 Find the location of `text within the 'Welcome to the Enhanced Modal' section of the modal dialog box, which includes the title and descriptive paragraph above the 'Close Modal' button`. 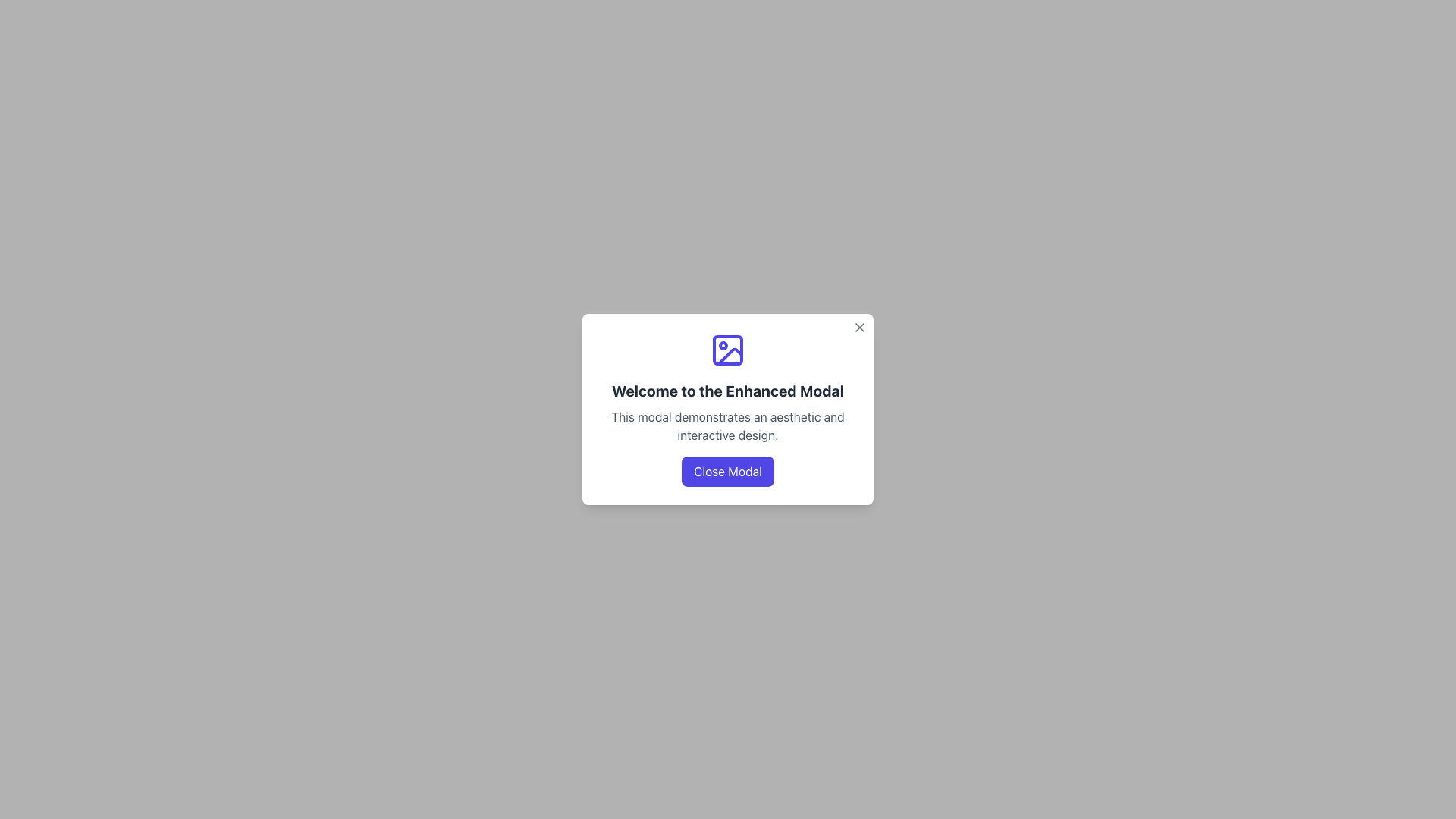

text within the 'Welcome to the Enhanced Modal' section of the modal dialog box, which includes the title and descriptive paragraph above the 'Close Modal' button is located at coordinates (728, 409).